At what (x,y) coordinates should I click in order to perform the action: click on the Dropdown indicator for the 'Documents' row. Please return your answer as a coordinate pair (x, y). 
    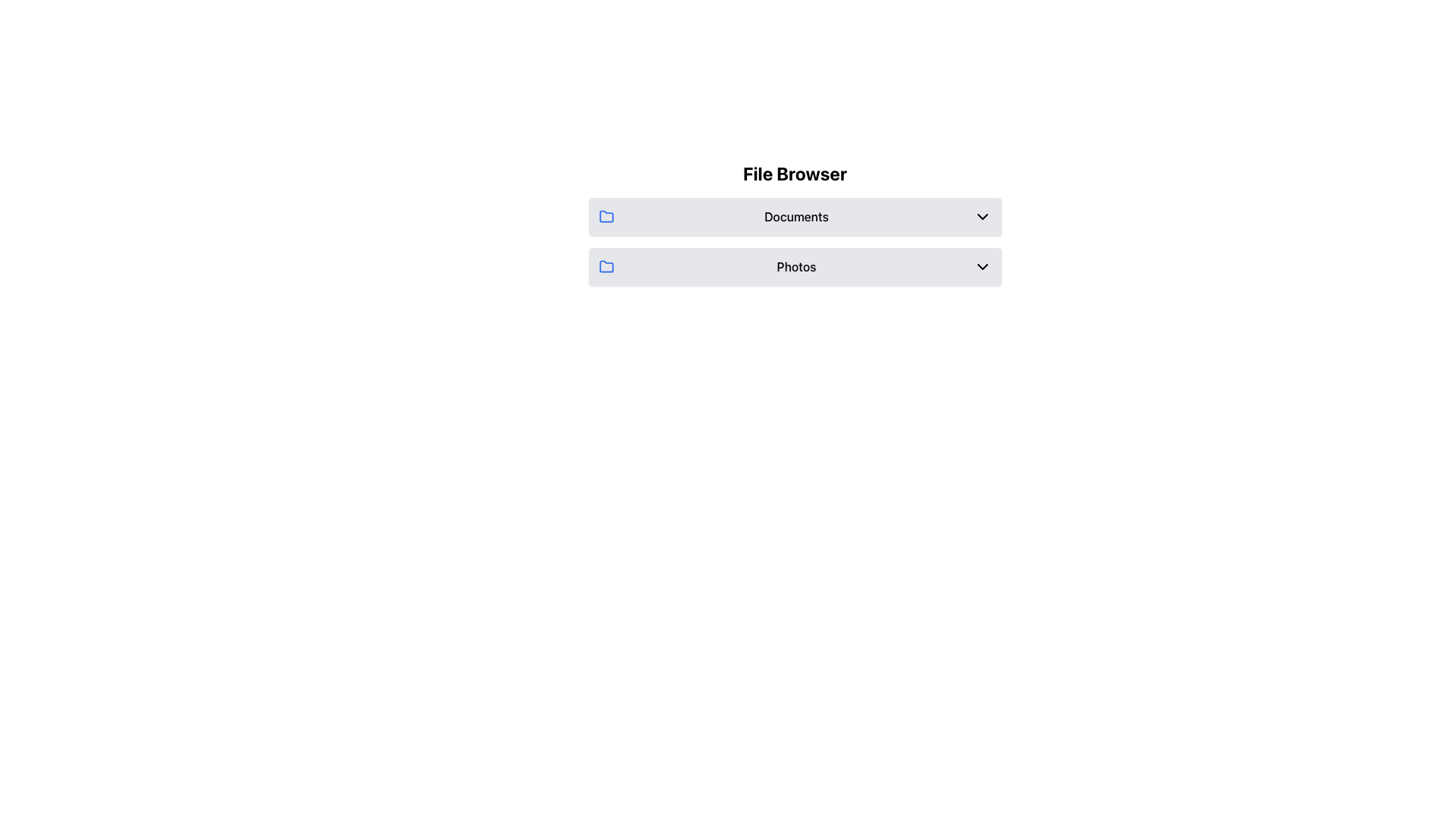
    Looking at the image, I should click on (982, 216).